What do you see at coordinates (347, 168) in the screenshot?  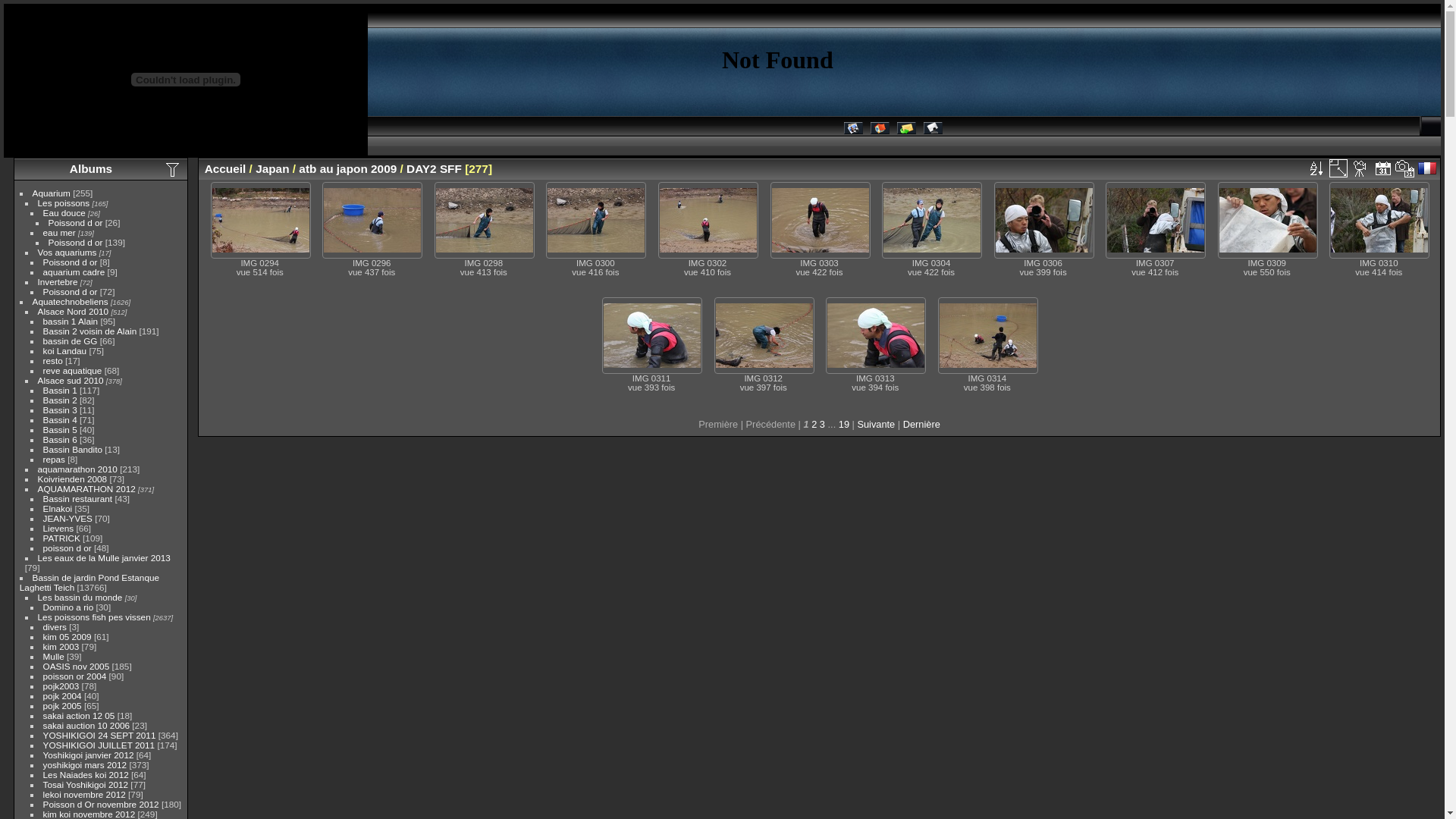 I see `'atb au japon 2009'` at bounding box center [347, 168].